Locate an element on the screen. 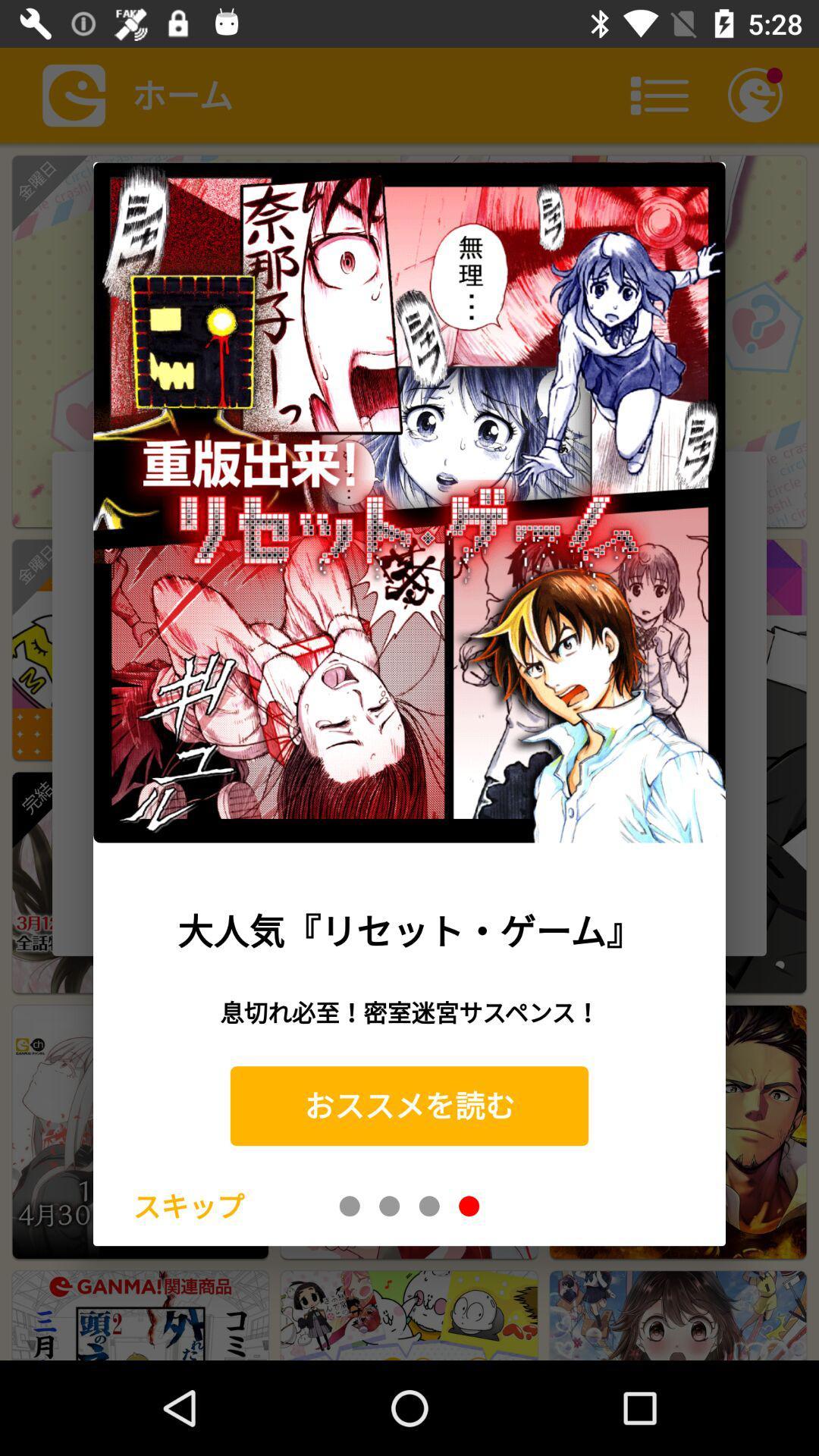 The width and height of the screenshot is (819, 1456). item at the bottom left corner is located at coordinates (188, 1205).